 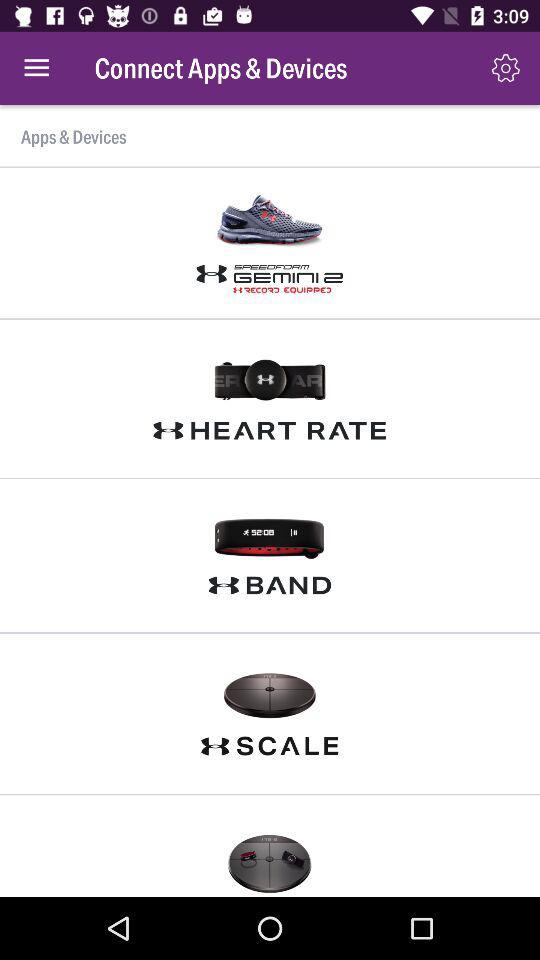 I want to click on the icon to the left of connect apps & devices, so click(x=36, y=68).